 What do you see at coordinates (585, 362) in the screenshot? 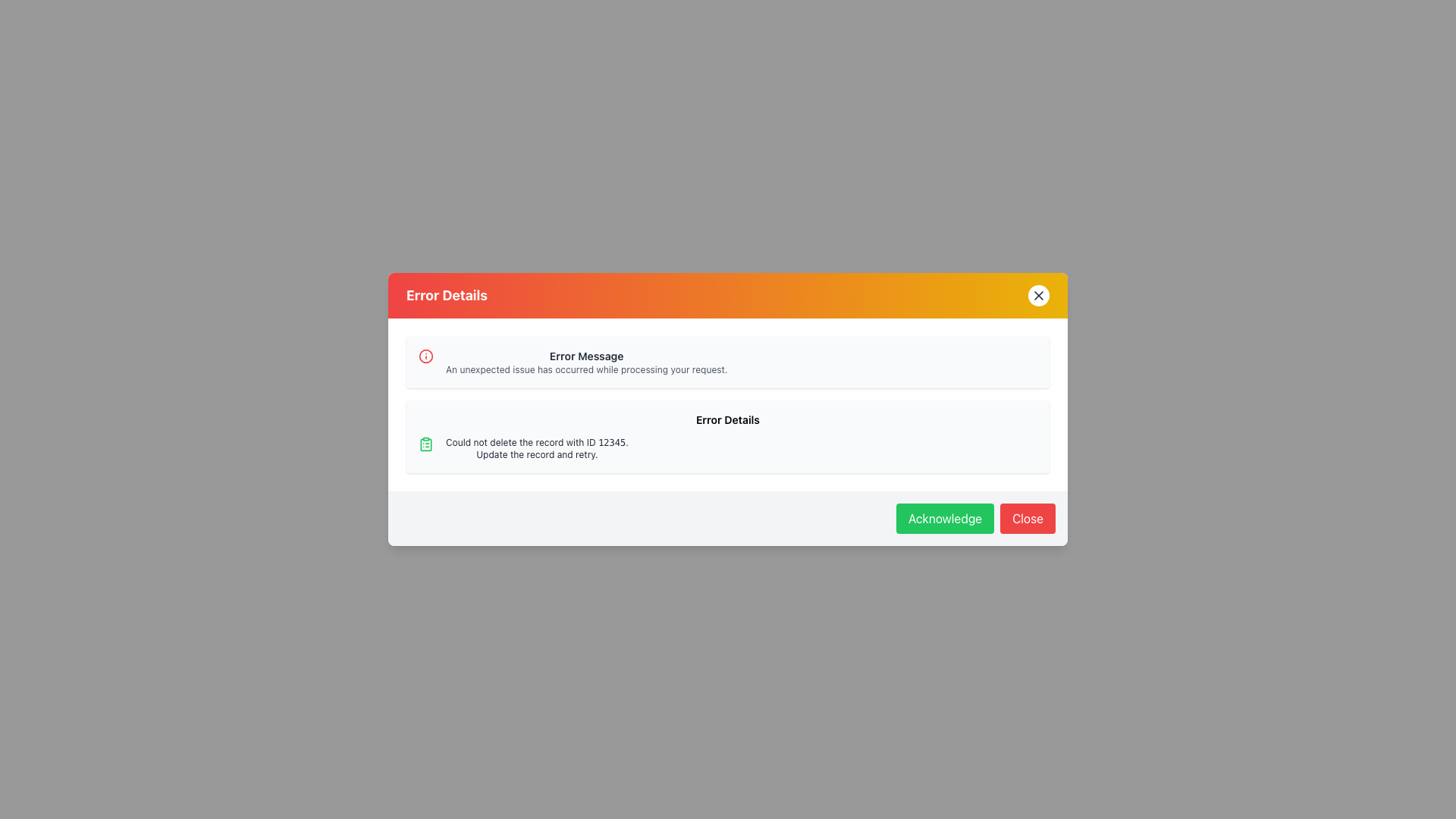
I see `the Text Block displaying an 'Error Message' and its description, located in the top section of the modal dialog box` at bounding box center [585, 362].